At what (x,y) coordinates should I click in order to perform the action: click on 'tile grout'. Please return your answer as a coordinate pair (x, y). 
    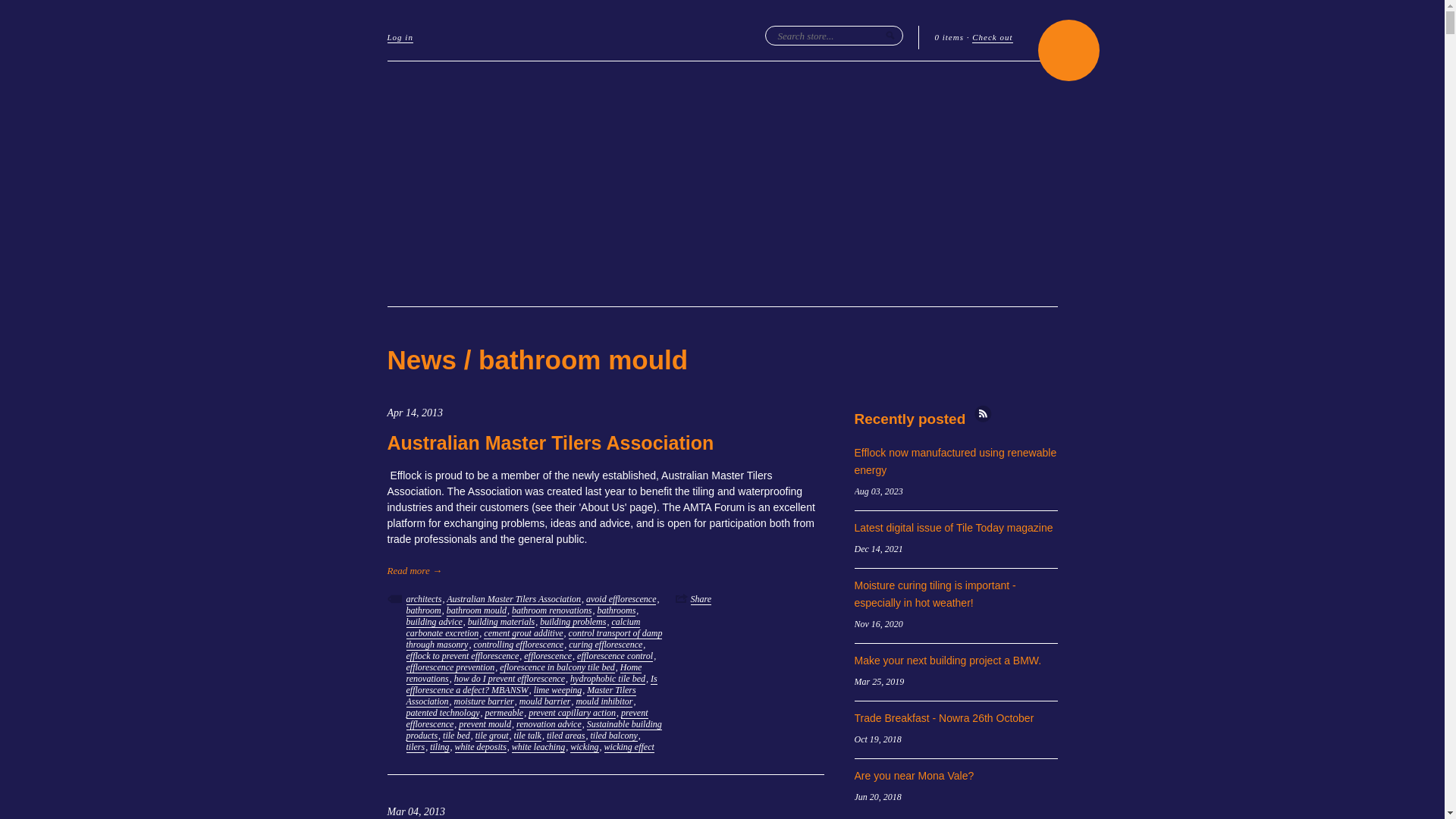
    Looking at the image, I should click on (491, 735).